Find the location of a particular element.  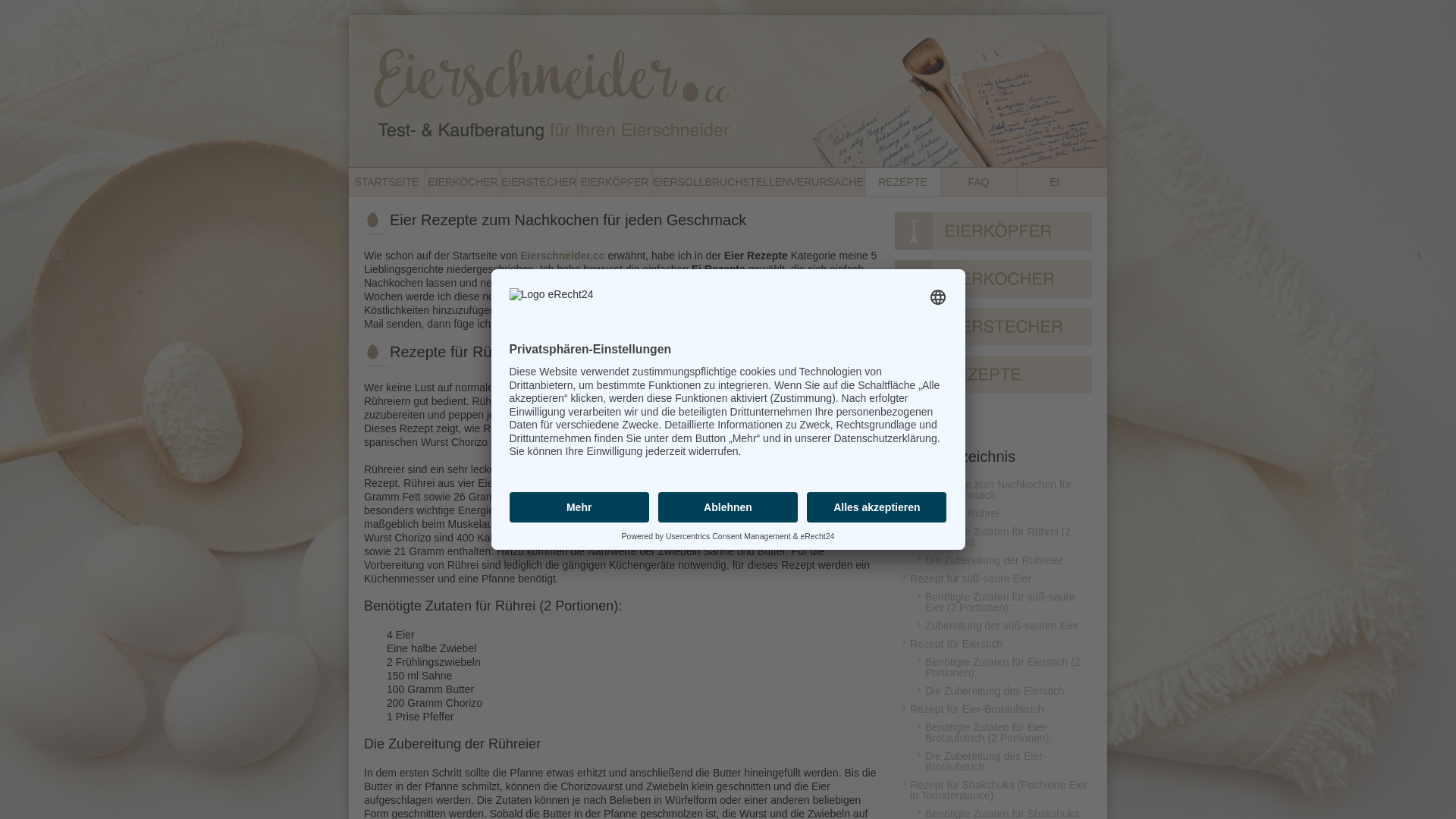

'Eierschneider.cc' is located at coordinates (561, 254).